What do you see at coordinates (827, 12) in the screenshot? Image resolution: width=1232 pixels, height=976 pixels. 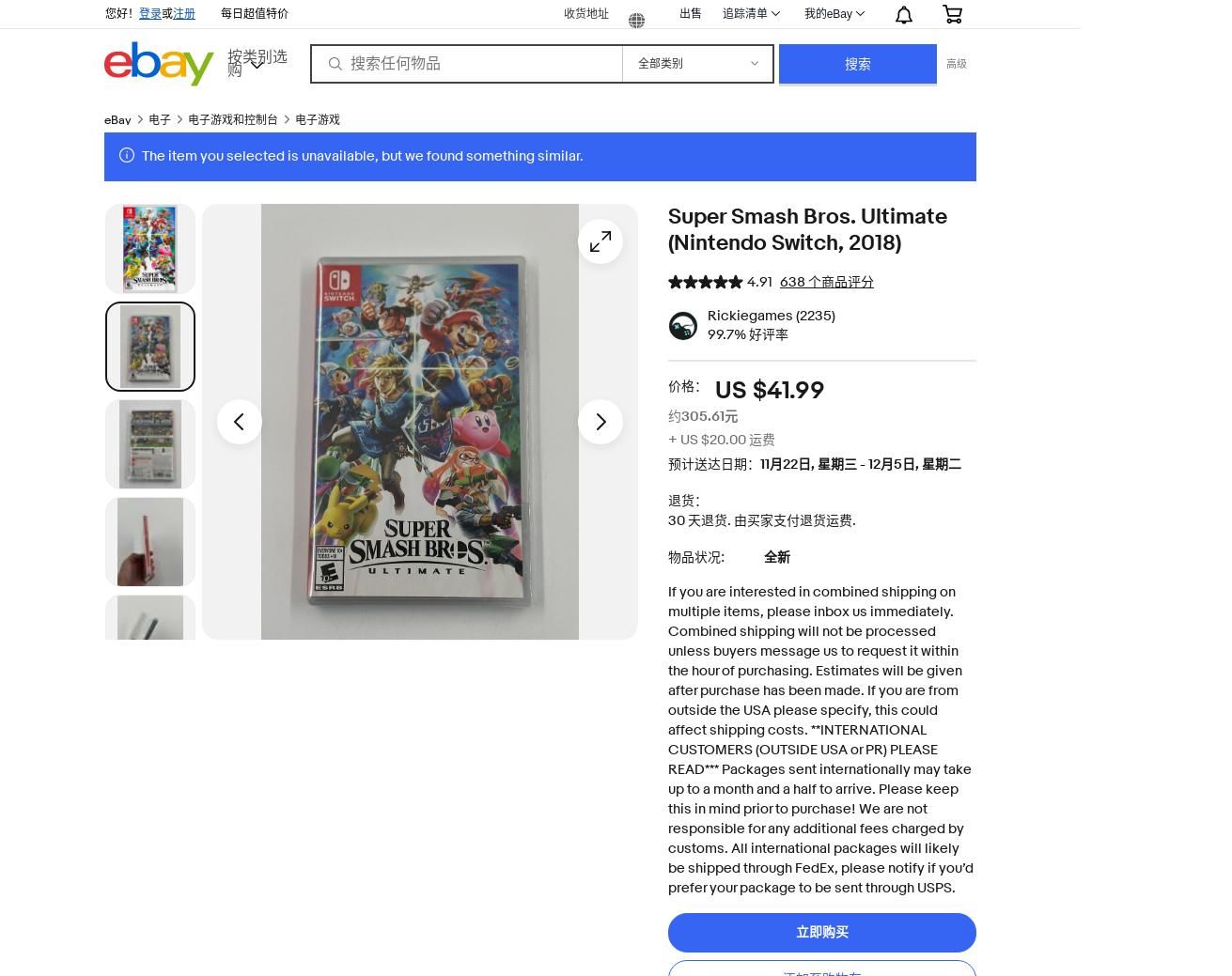 I see `'我的eBay'` at bounding box center [827, 12].